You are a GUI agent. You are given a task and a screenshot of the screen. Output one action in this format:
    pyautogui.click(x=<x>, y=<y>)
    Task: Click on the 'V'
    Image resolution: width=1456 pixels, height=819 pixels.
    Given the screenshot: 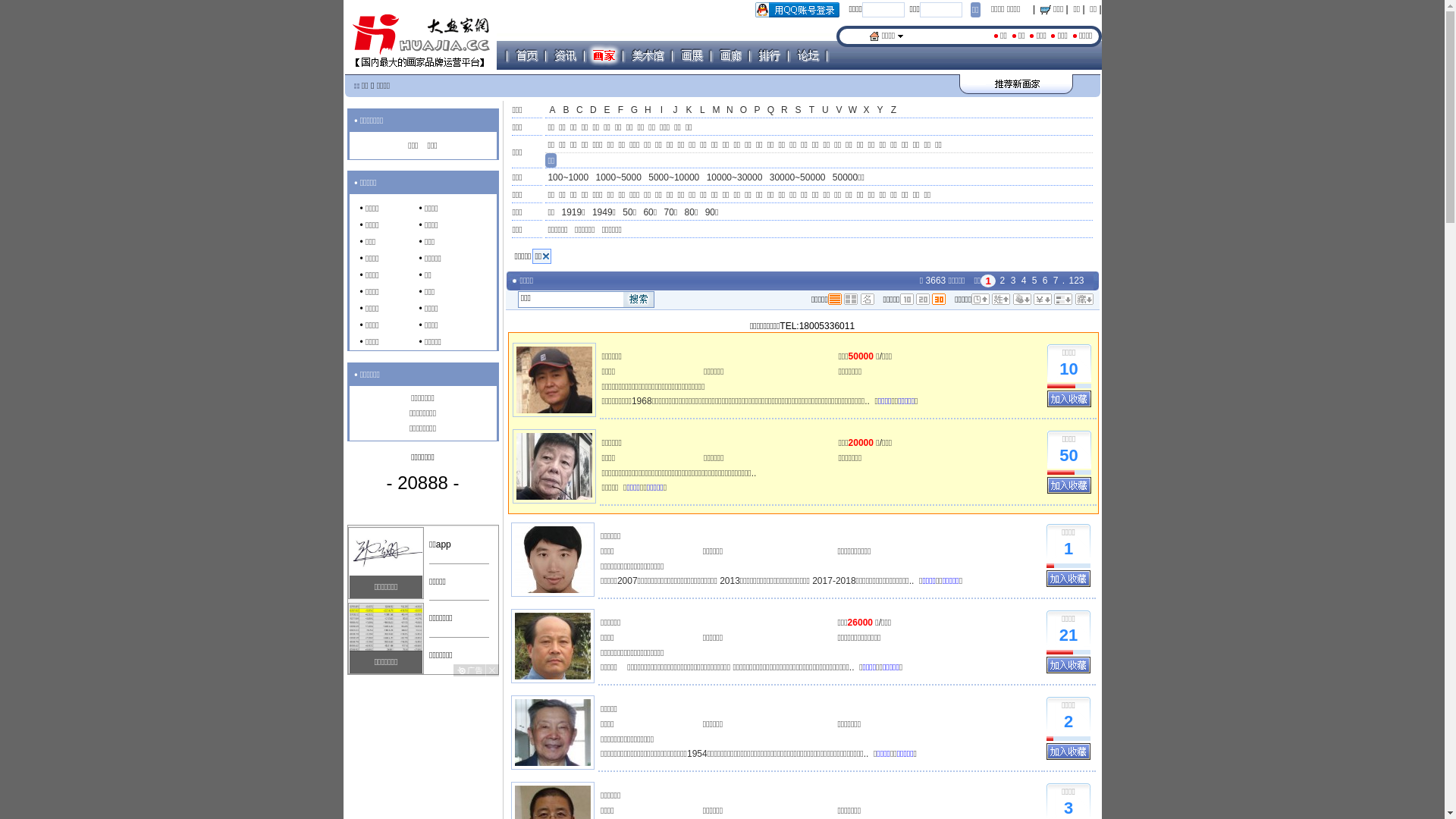 What is the action you would take?
    pyautogui.click(x=837, y=110)
    